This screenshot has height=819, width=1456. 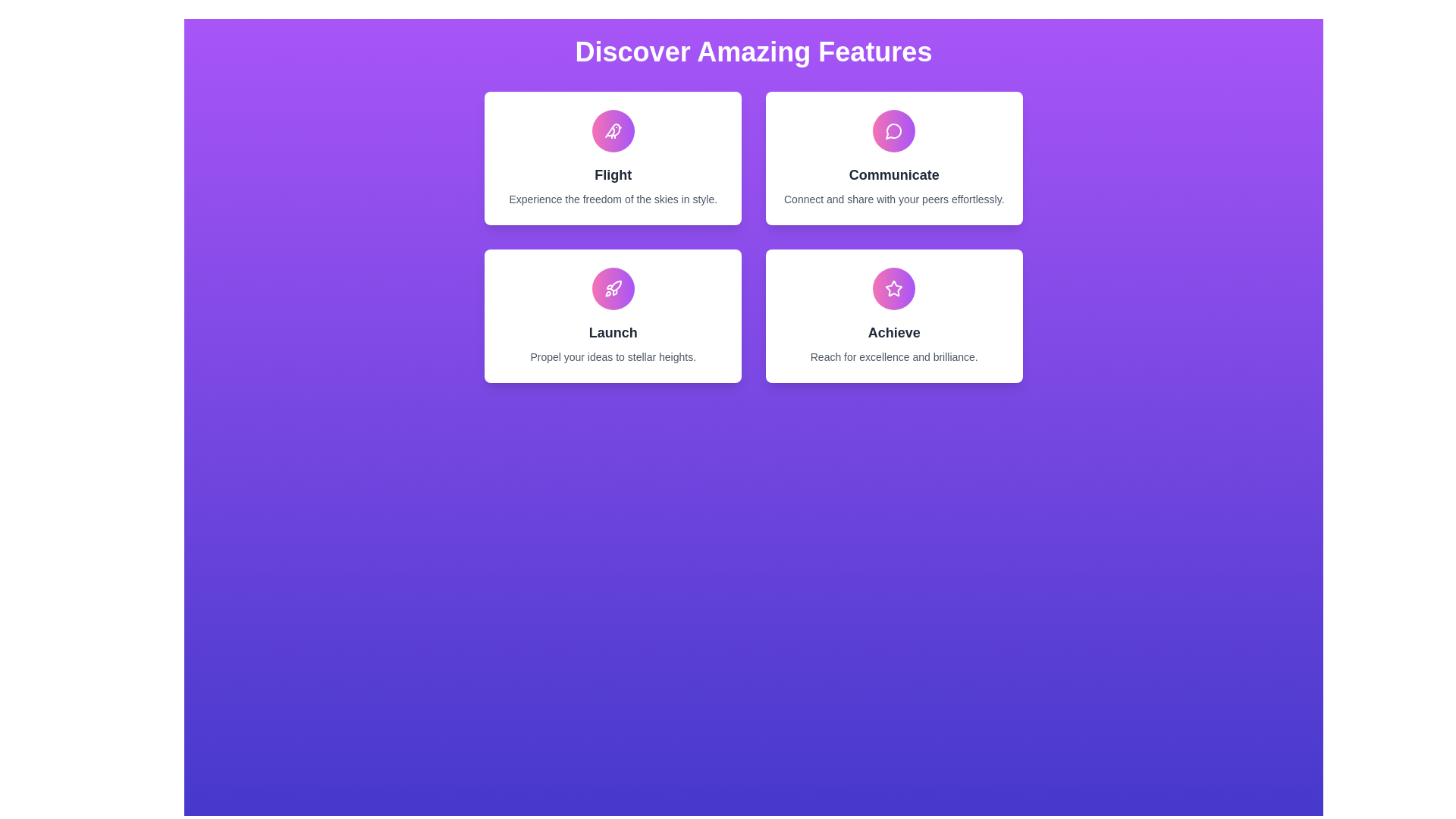 I want to click on the 'Launch' Information Card, which is the third card in a grid layout, featuring a rocket icon at the top and the text 'Propel your ideas to stellar heights.', so click(x=613, y=315).